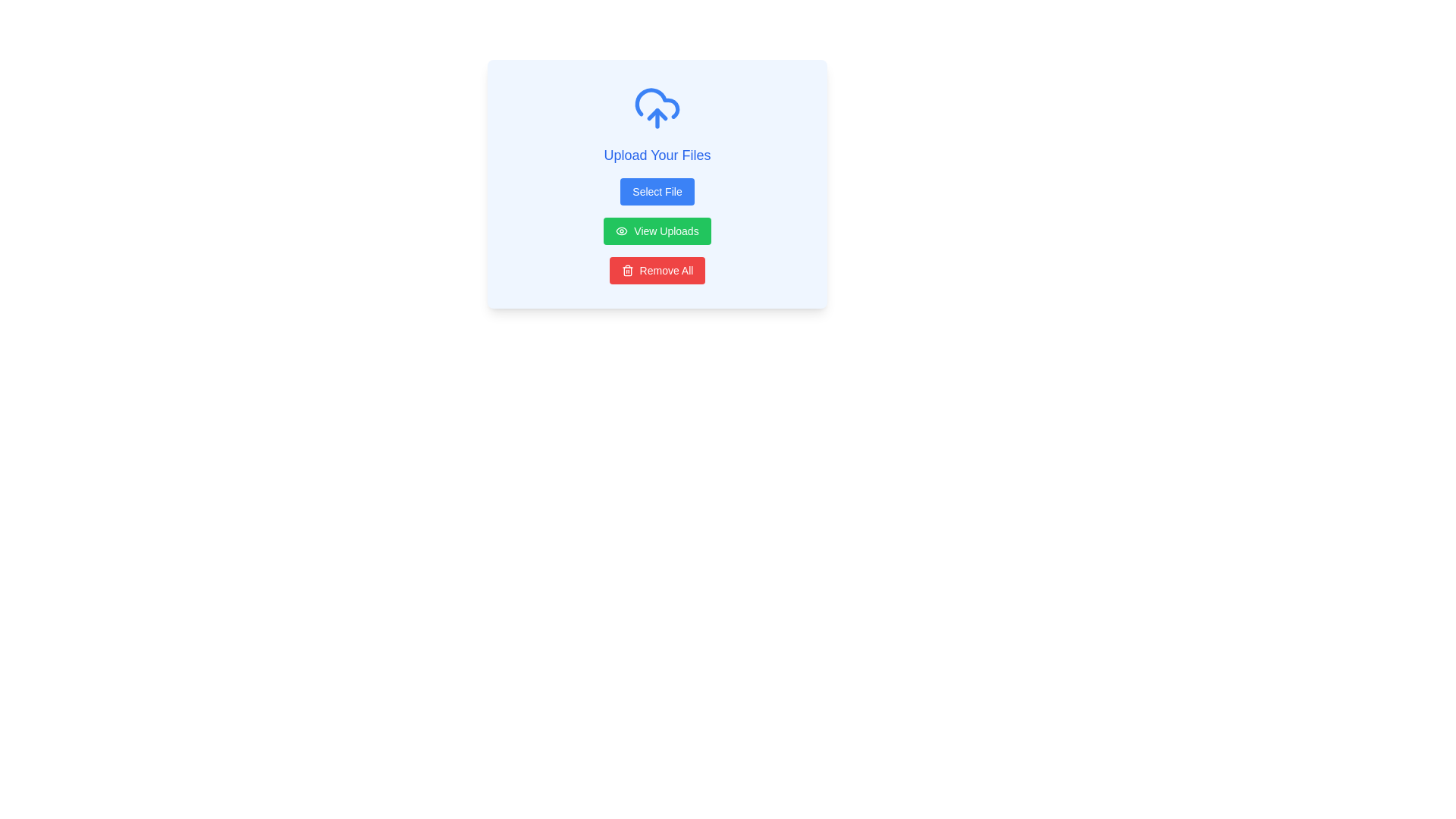  What do you see at coordinates (657, 231) in the screenshot?
I see `the rectangular green button labeled 'View Uploads' with a white text and an eye icon` at bounding box center [657, 231].